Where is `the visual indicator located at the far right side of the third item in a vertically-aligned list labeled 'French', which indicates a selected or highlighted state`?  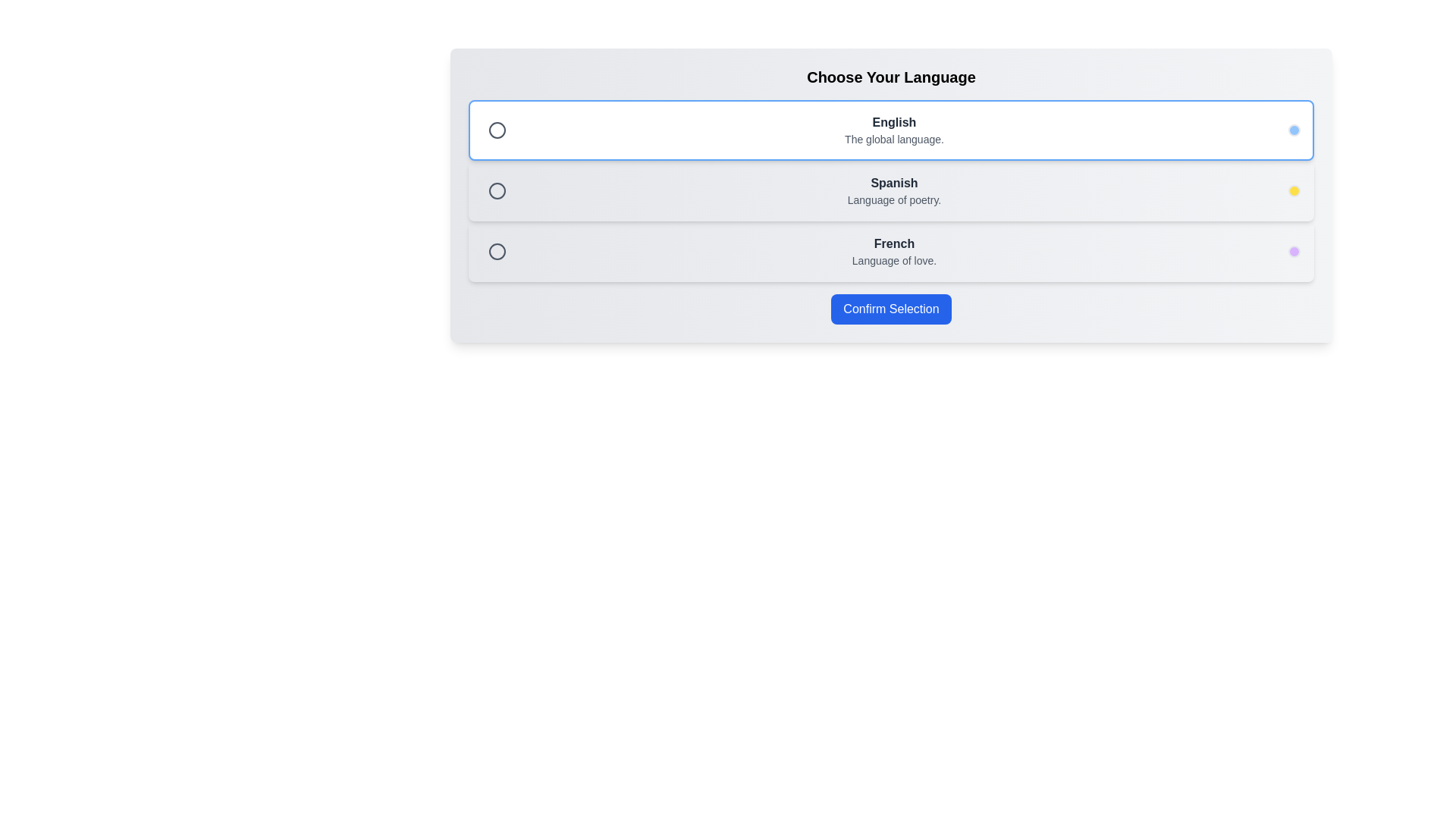
the visual indicator located at the far right side of the third item in a vertically-aligned list labeled 'French', which indicates a selected or highlighted state is located at coordinates (1294, 250).